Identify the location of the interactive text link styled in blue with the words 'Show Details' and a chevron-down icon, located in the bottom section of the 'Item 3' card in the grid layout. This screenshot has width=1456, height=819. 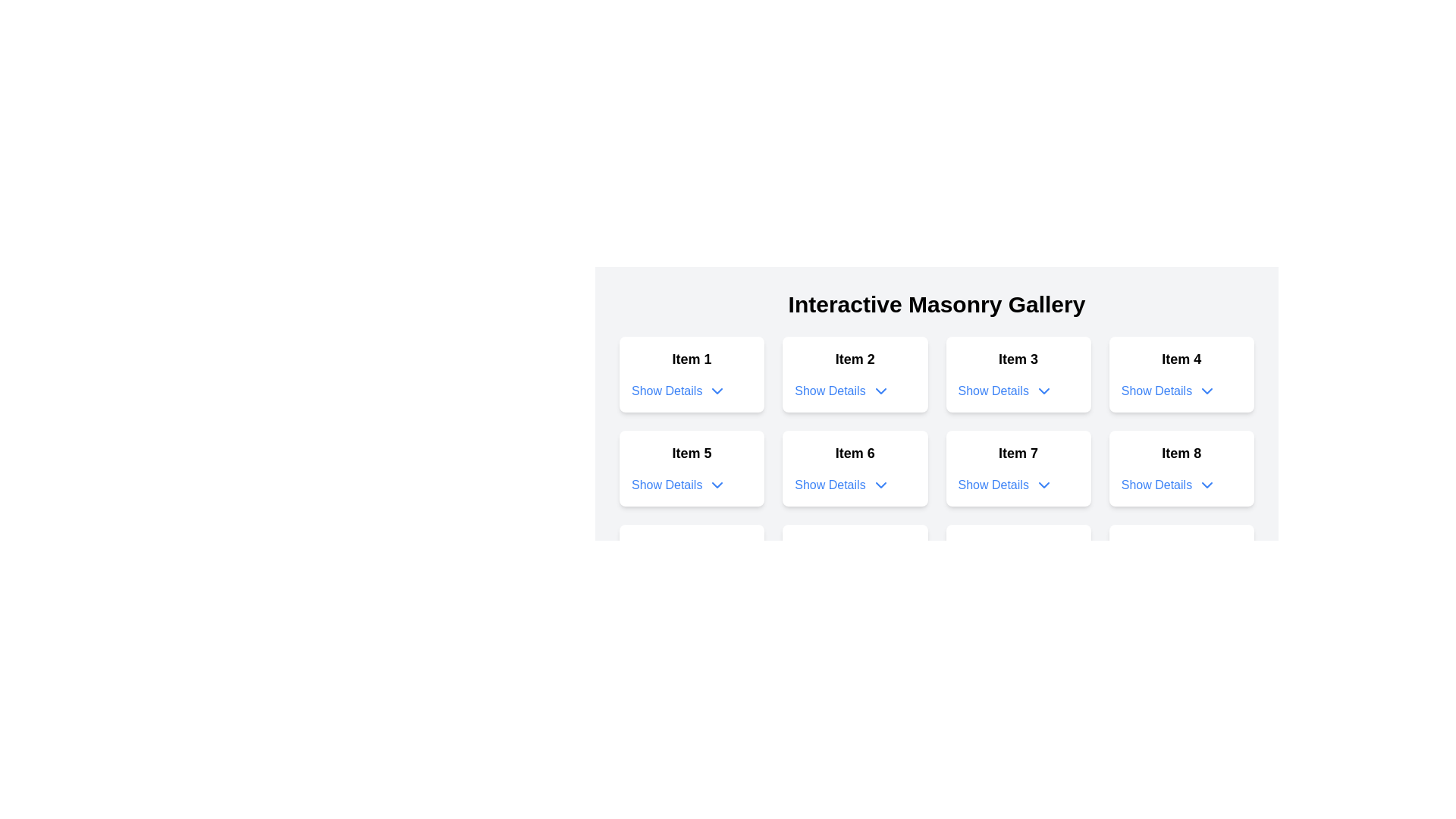
(1006, 391).